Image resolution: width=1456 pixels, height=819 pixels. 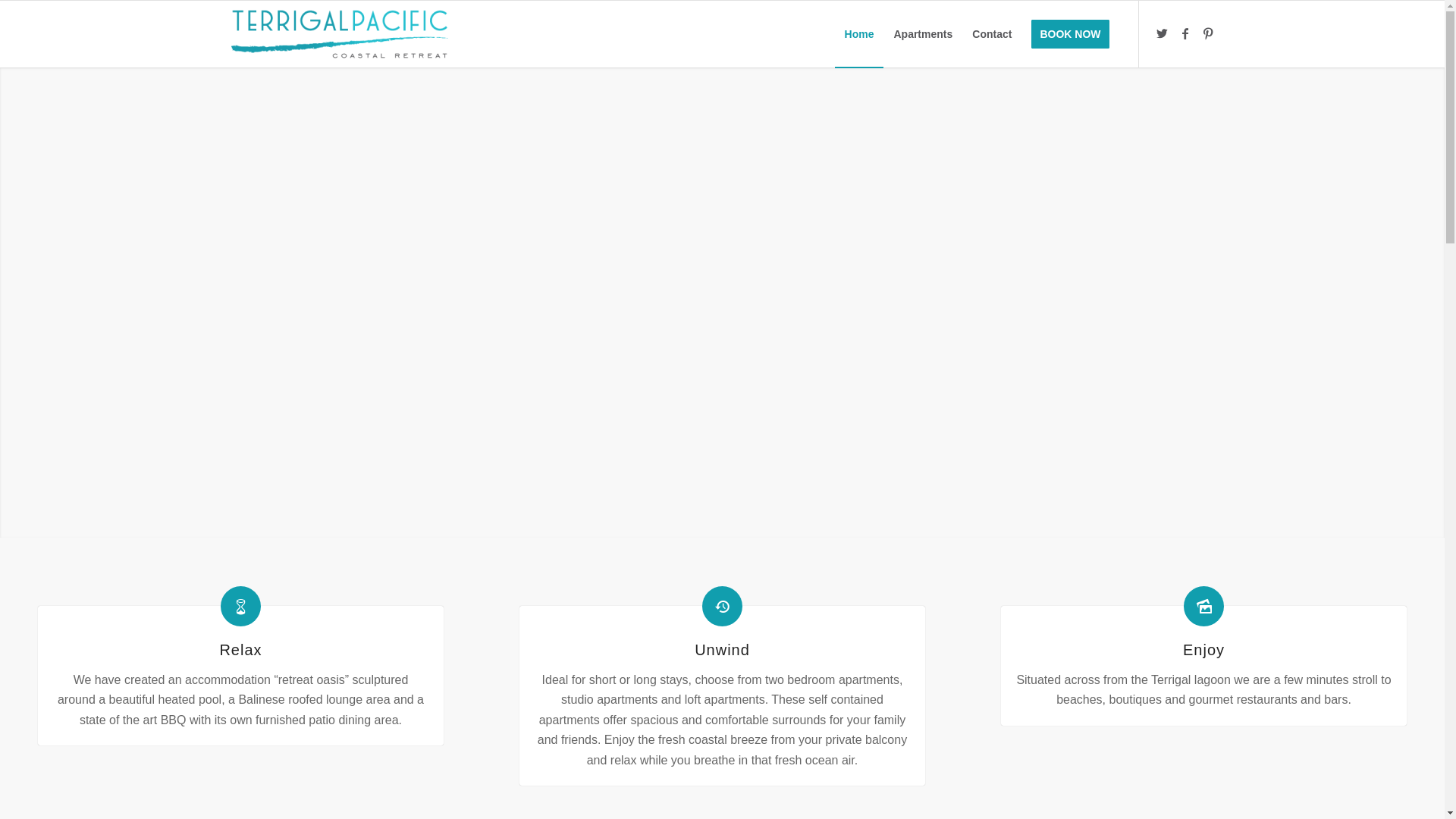 What do you see at coordinates (1207, 33) in the screenshot?
I see `'Pinterest'` at bounding box center [1207, 33].